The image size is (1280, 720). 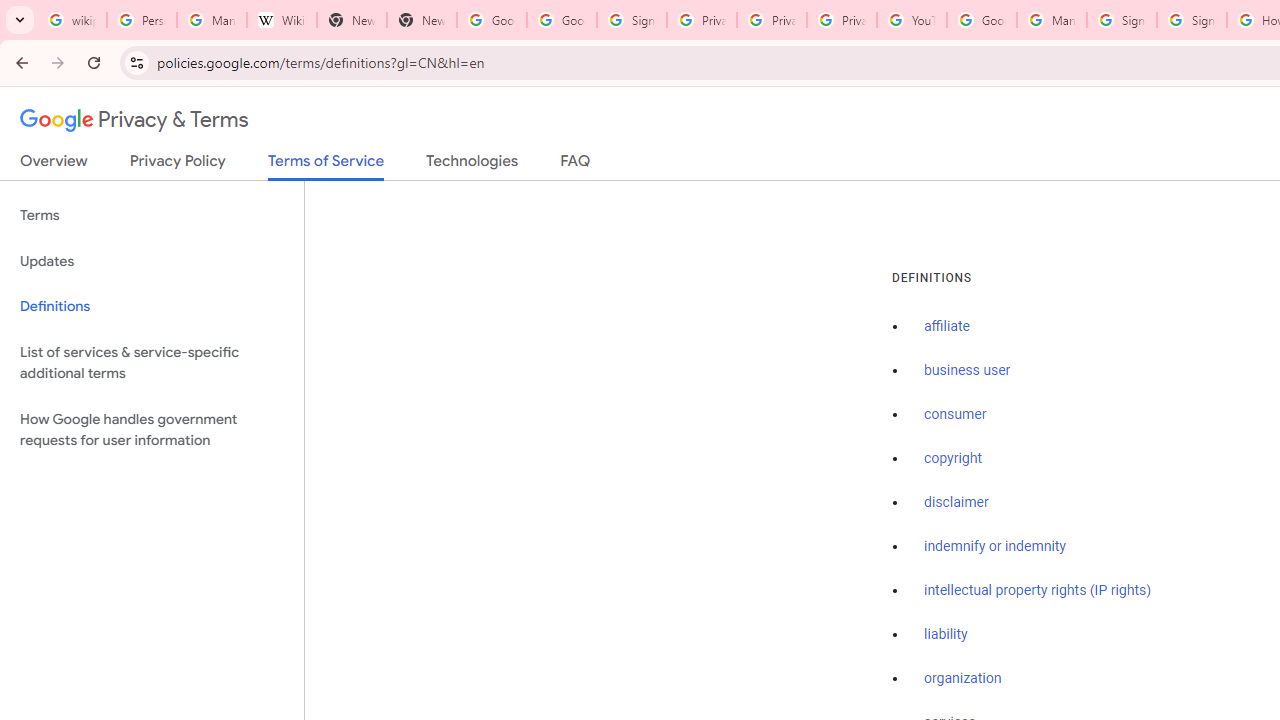 I want to click on 'affiliate', so click(x=946, y=326).